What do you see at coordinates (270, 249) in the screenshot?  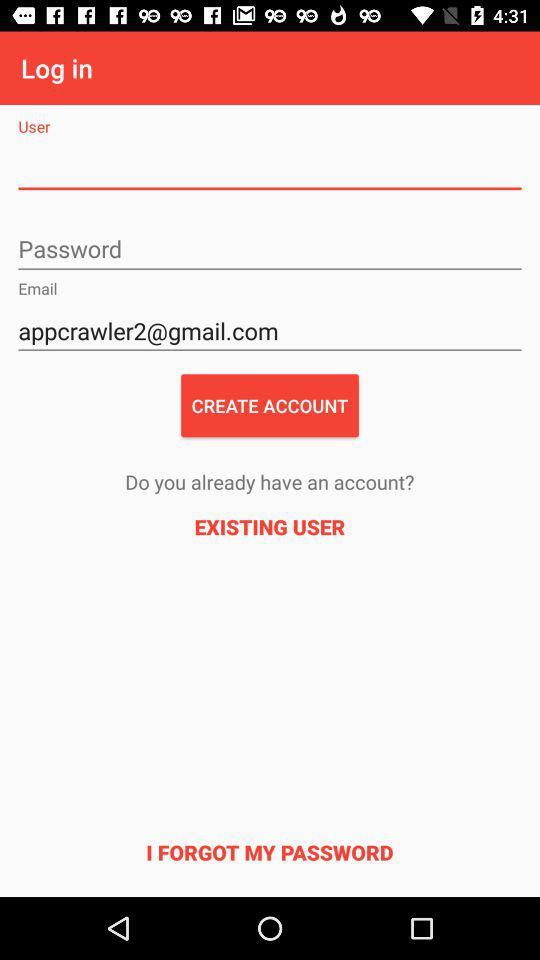 I see `enter` at bounding box center [270, 249].